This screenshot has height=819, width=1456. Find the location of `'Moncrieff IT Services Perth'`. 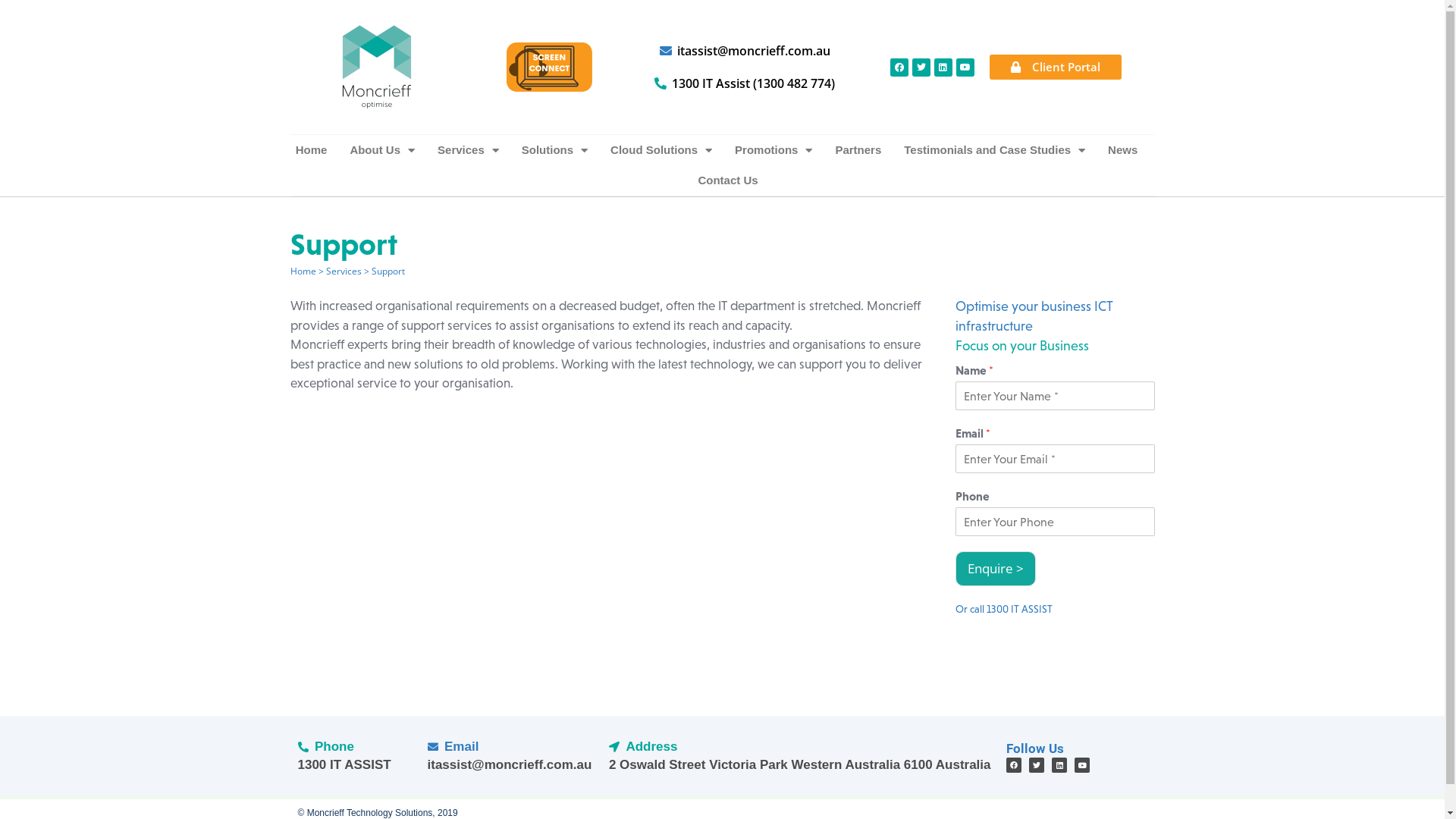

'Moncrieff IT Services Perth' is located at coordinates (337, 66).